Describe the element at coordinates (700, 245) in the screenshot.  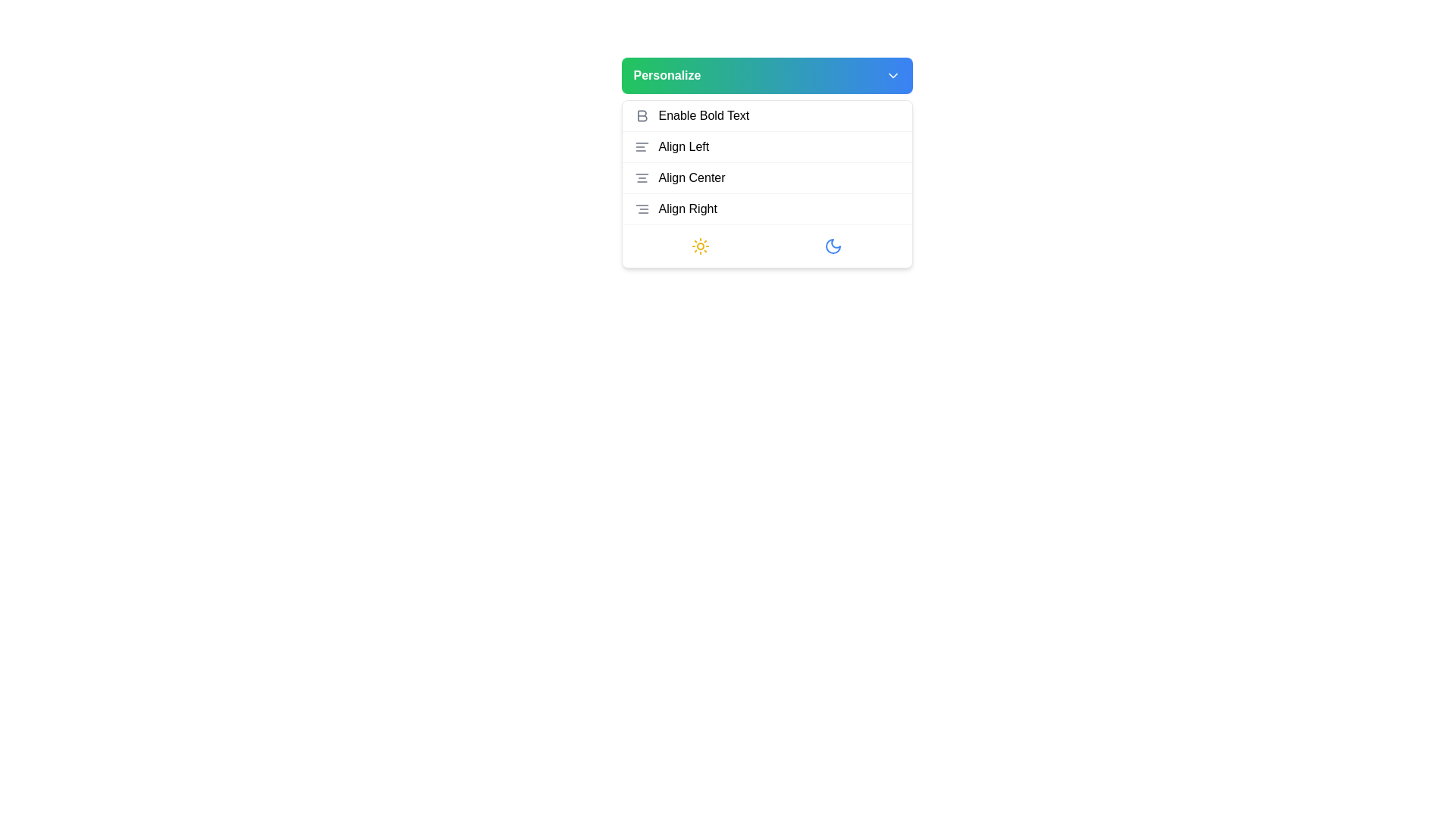
I see `the sun icon button located in the top-right section of the visible menu panel` at that location.